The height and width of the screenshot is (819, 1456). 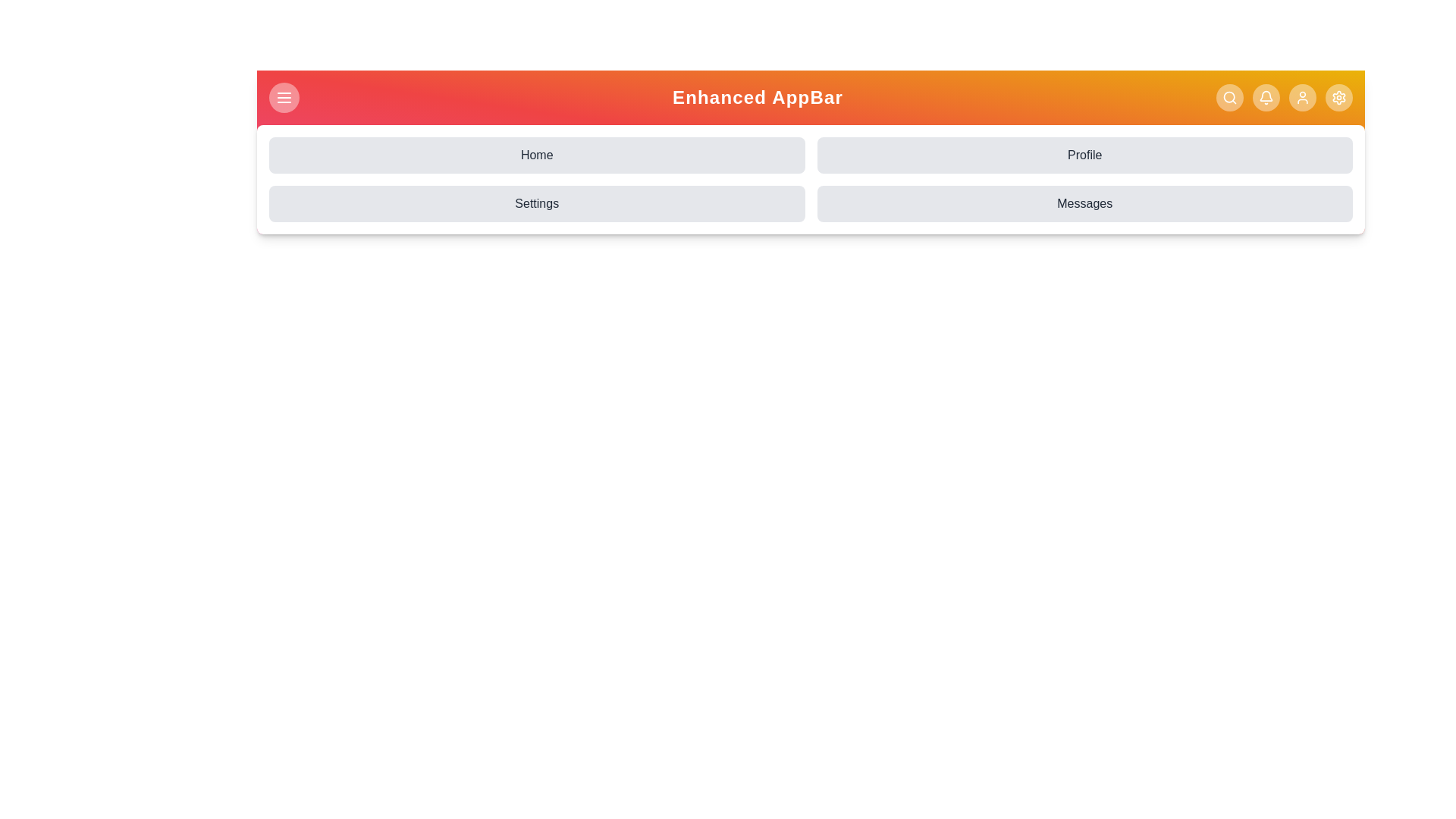 I want to click on the menu option Home, so click(x=537, y=155).